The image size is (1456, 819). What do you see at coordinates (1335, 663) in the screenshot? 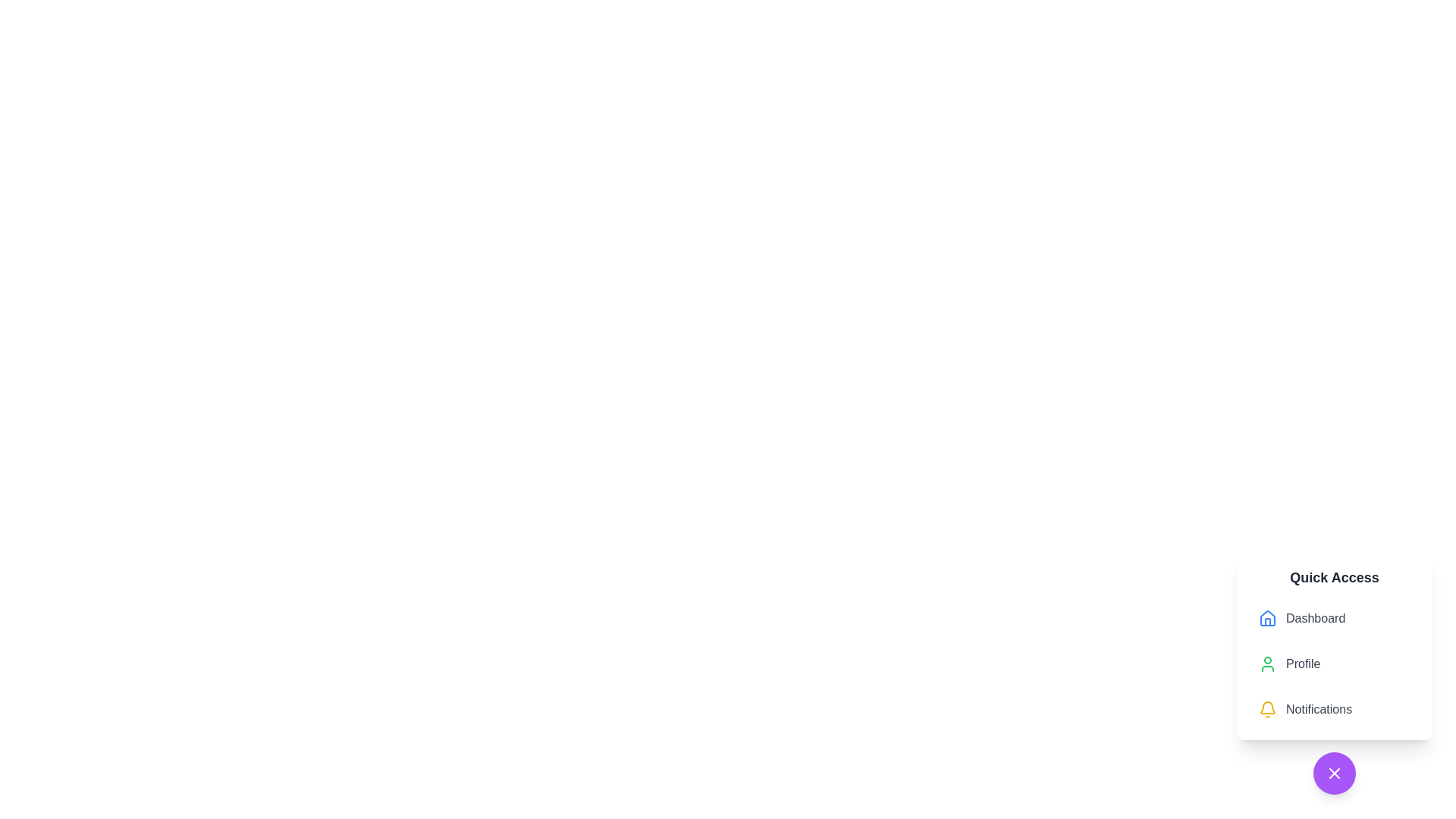
I see `the navigation items in the center section of the 'Quick Access' panel located in the bottom-right of the application` at bounding box center [1335, 663].